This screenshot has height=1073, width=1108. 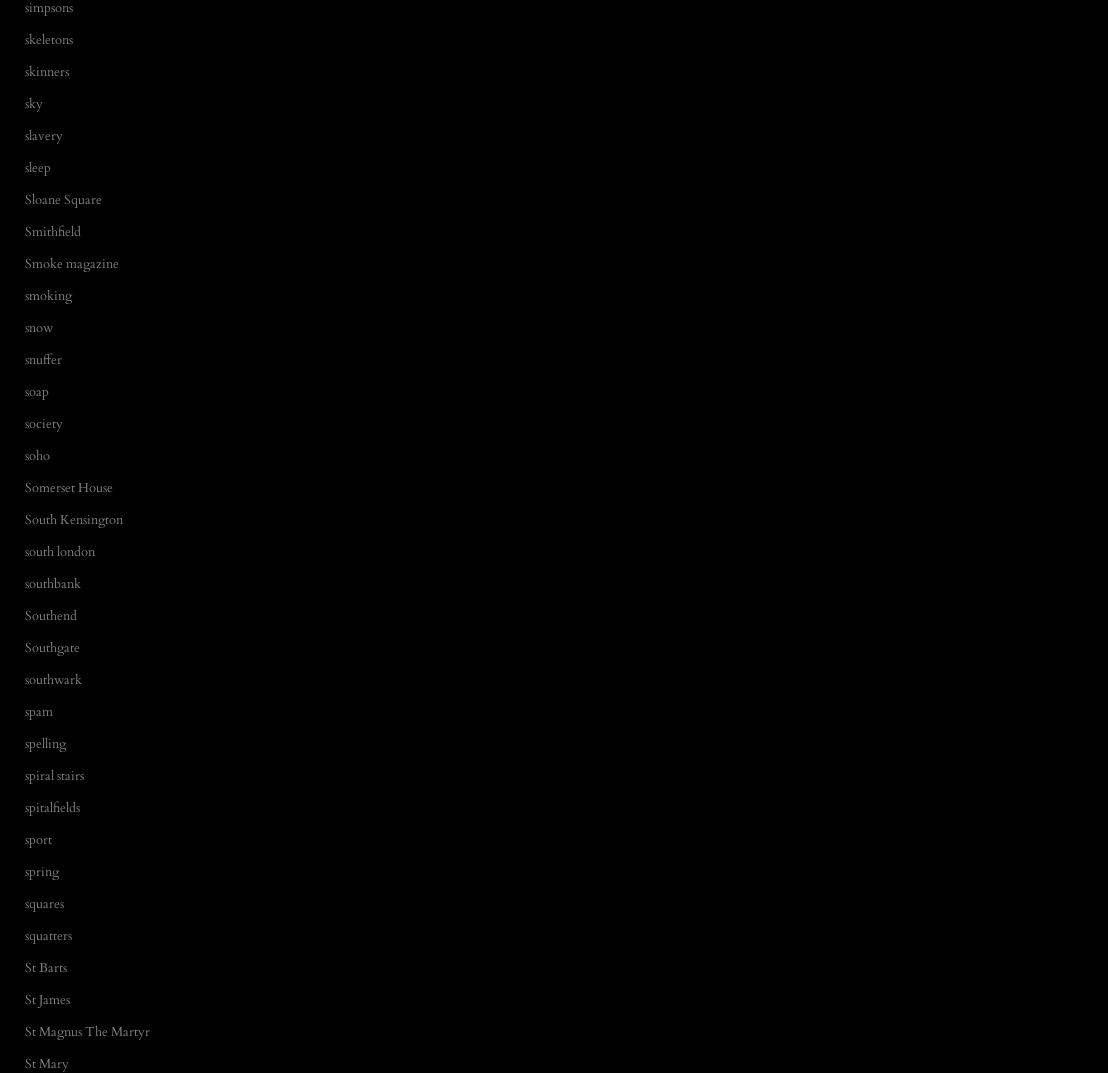 What do you see at coordinates (47, 37) in the screenshot?
I see `'skeletons'` at bounding box center [47, 37].